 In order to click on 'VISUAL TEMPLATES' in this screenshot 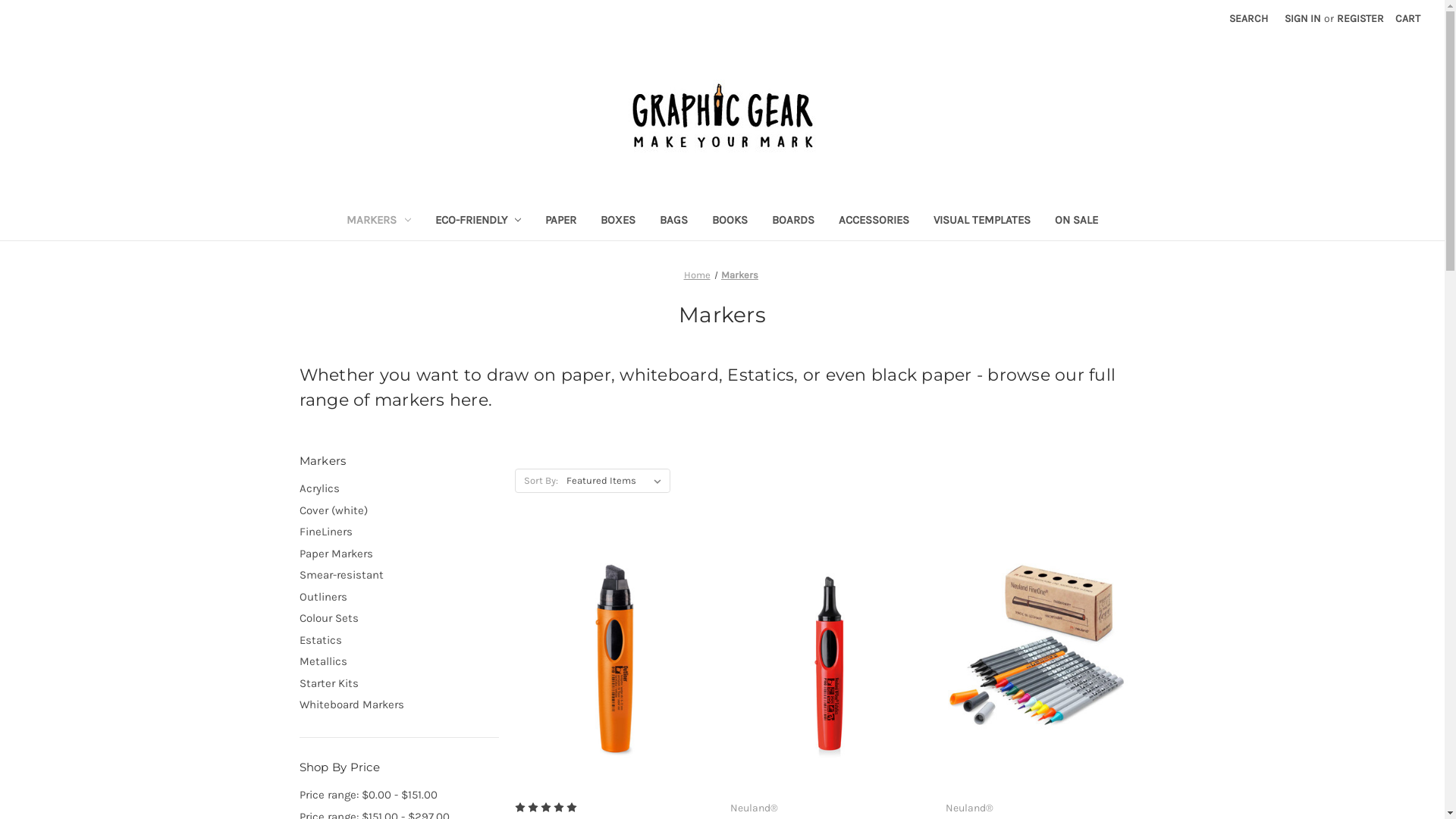, I will do `click(982, 221)`.